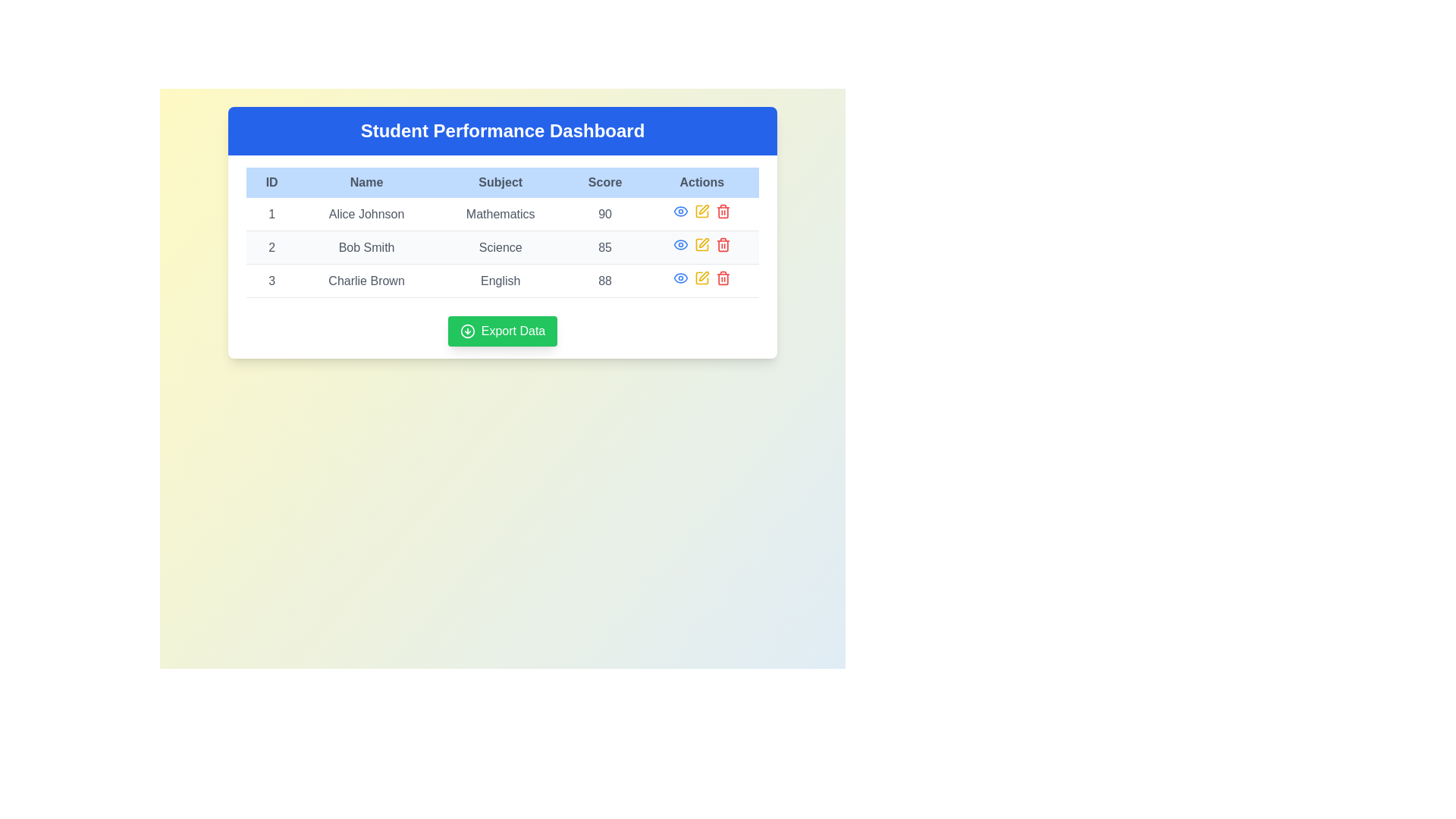 The image size is (1456, 819). Describe the element at coordinates (604, 281) in the screenshot. I see `the text '88' in the 'Score' column of the third row labeled '3 - Charlie Brown - English' in the performance dashboard` at that location.